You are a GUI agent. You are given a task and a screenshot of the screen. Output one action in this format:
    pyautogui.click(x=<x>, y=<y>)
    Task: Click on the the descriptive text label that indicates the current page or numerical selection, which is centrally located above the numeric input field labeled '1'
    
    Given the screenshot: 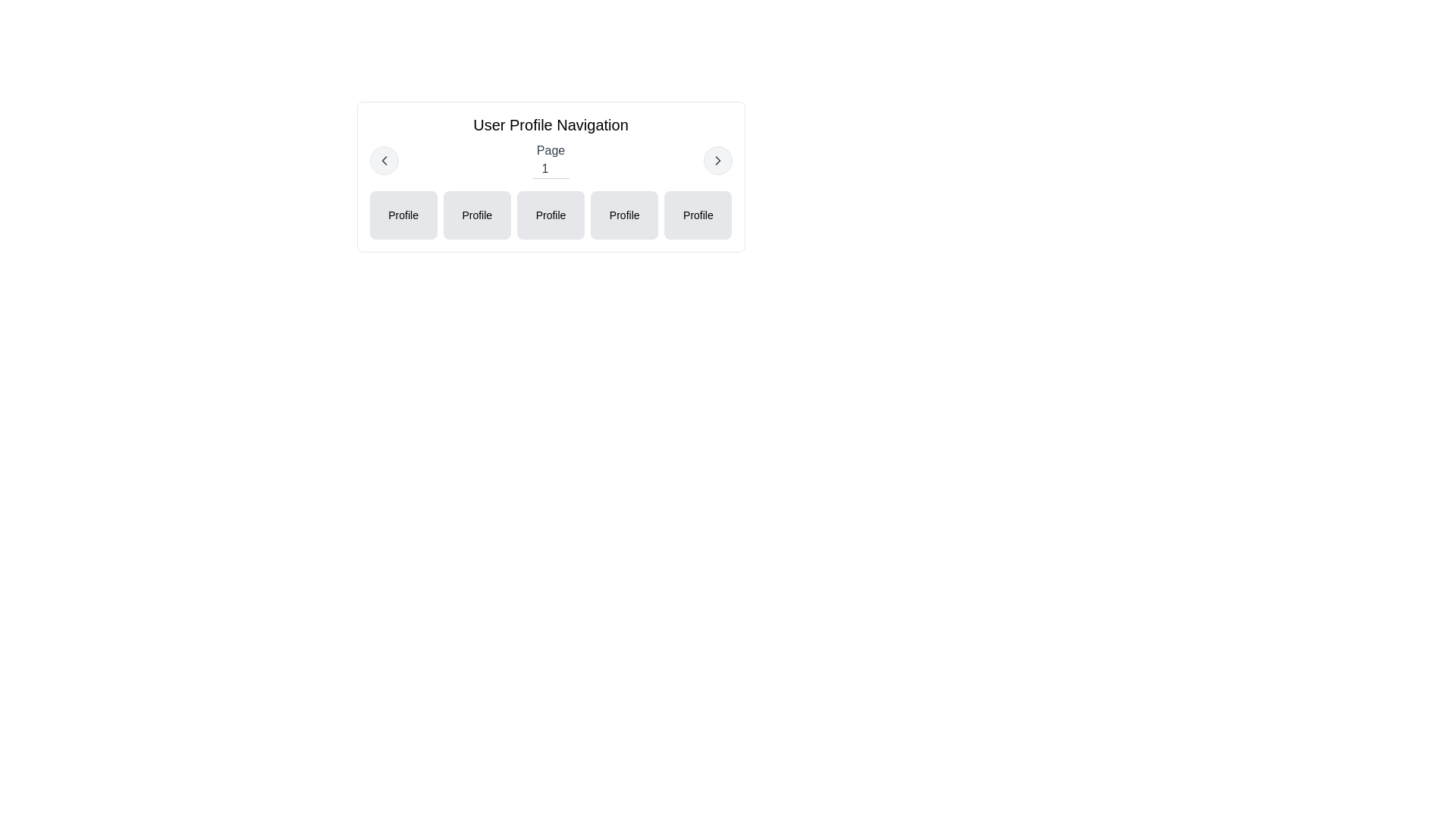 What is the action you would take?
    pyautogui.click(x=550, y=151)
    